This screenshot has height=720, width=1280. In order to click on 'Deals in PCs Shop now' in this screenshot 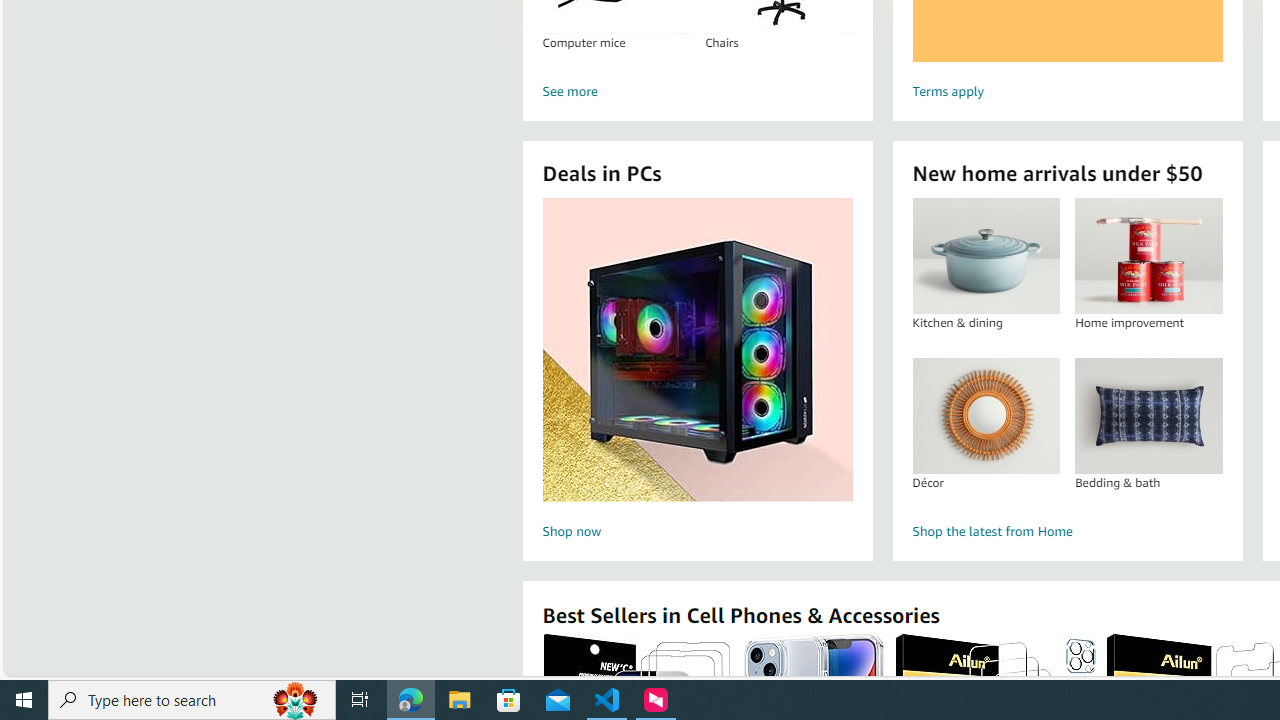, I will do `click(697, 371)`.